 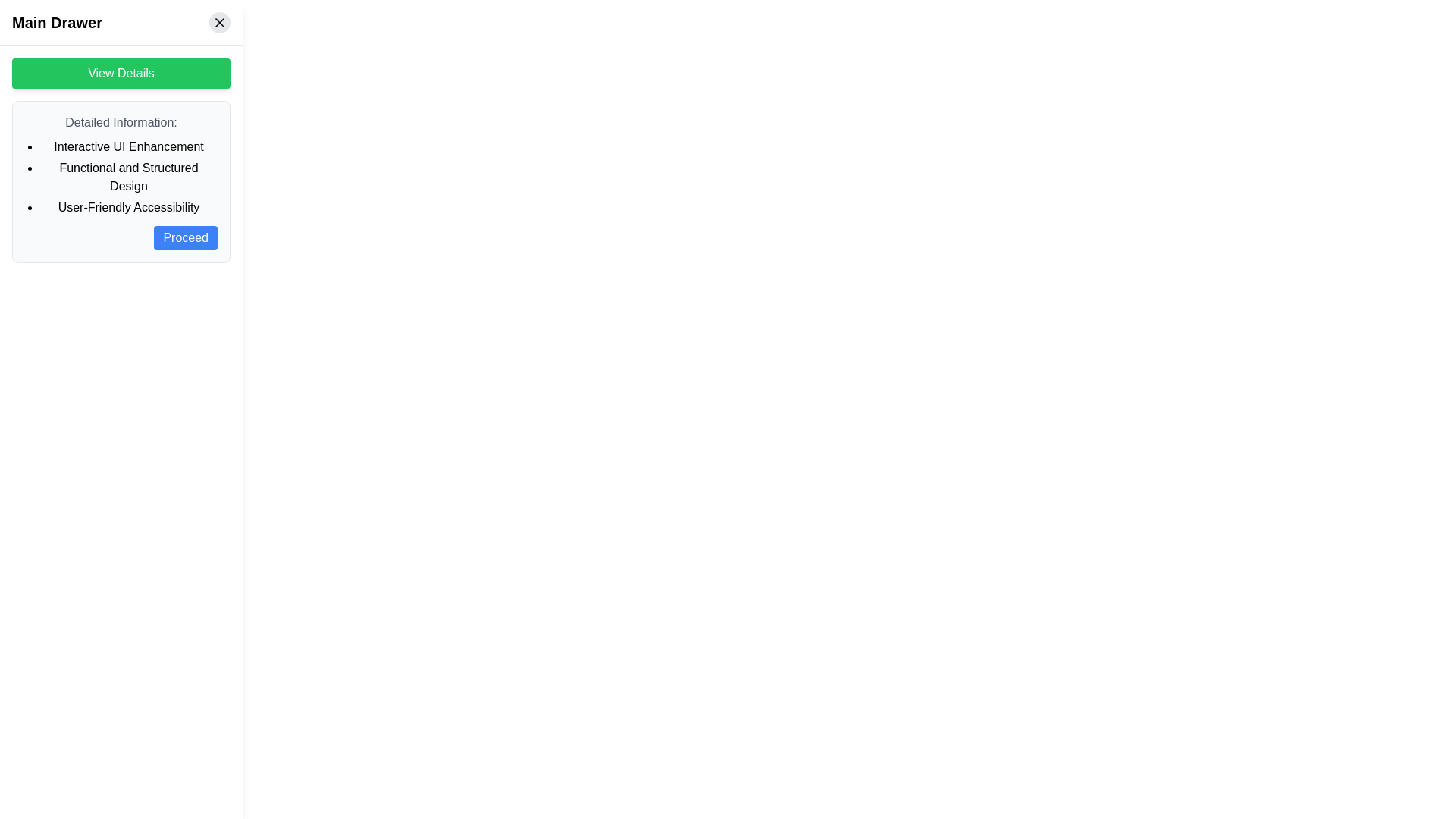 What do you see at coordinates (185, 237) in the screenshot?
I see `the confirmation button located at the bottom-right corner of the 'Detailed Information' section` at bounding box center [185, 237].